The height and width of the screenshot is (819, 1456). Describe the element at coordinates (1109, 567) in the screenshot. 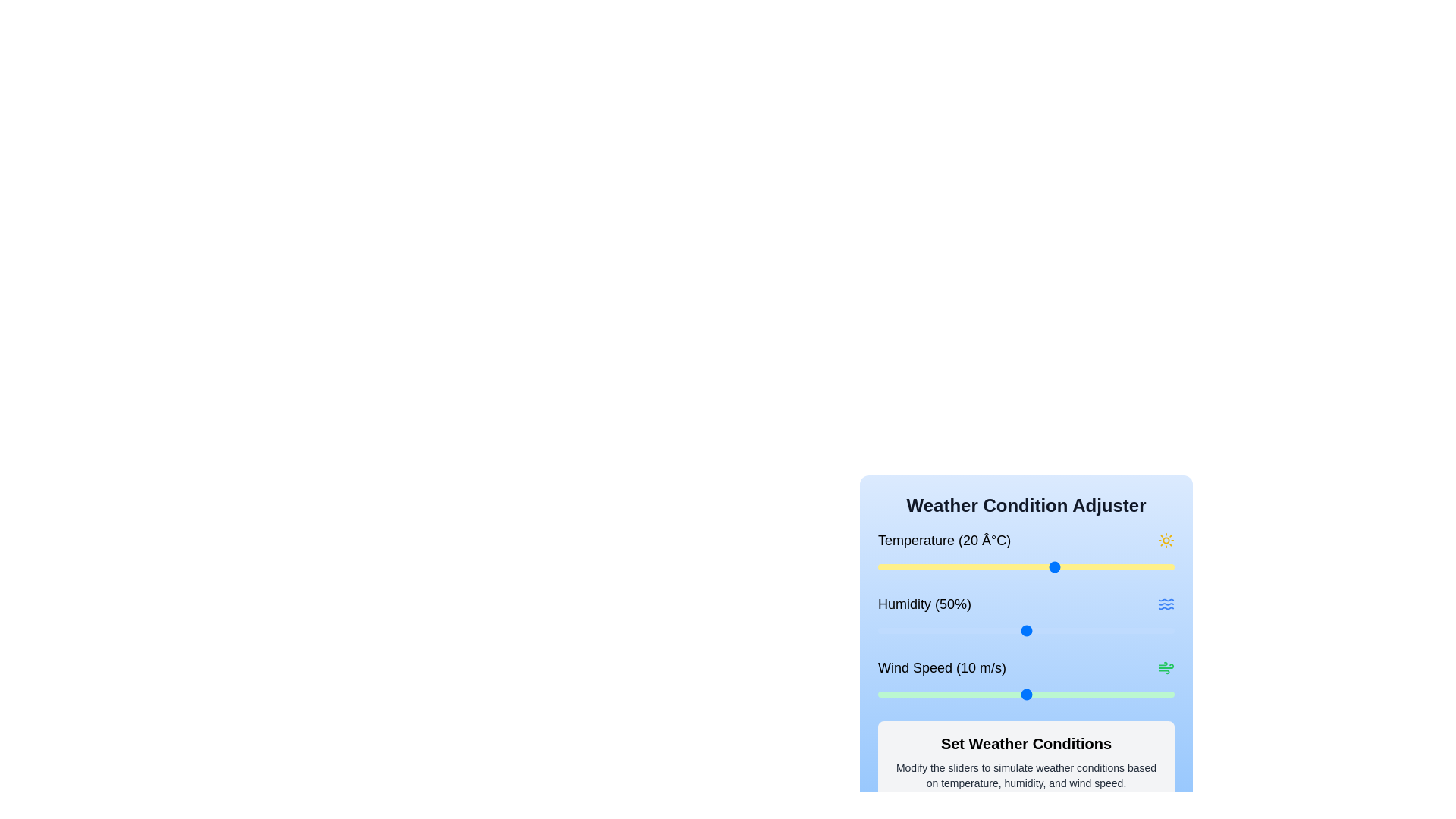

I see `the temperature slider to set the temperature to 29 degrees Celsius` at that location.